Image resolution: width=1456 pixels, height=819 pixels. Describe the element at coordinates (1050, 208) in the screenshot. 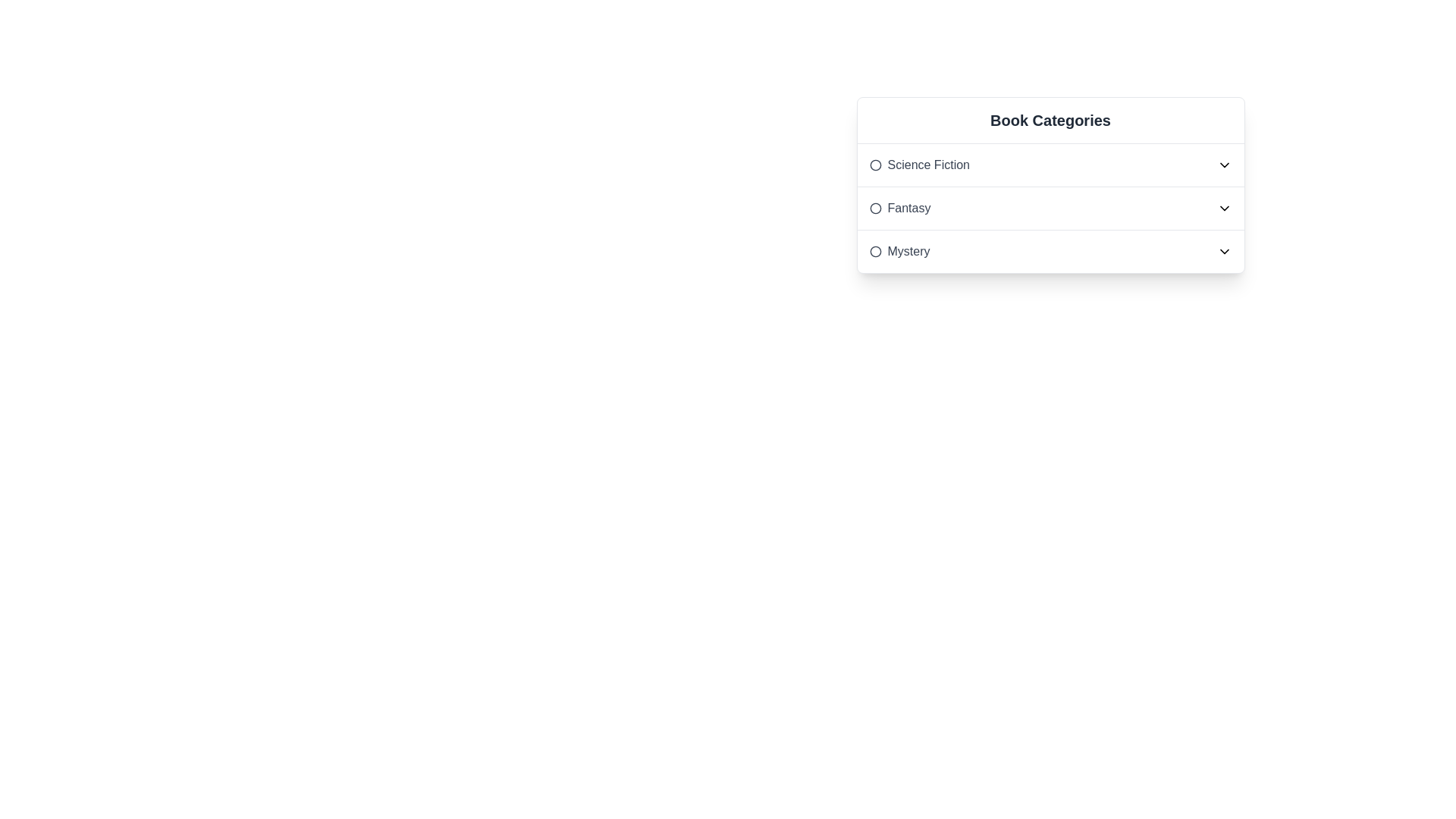

I see `the second row in the dropdown menu titled 'Book Categories'` at that location.